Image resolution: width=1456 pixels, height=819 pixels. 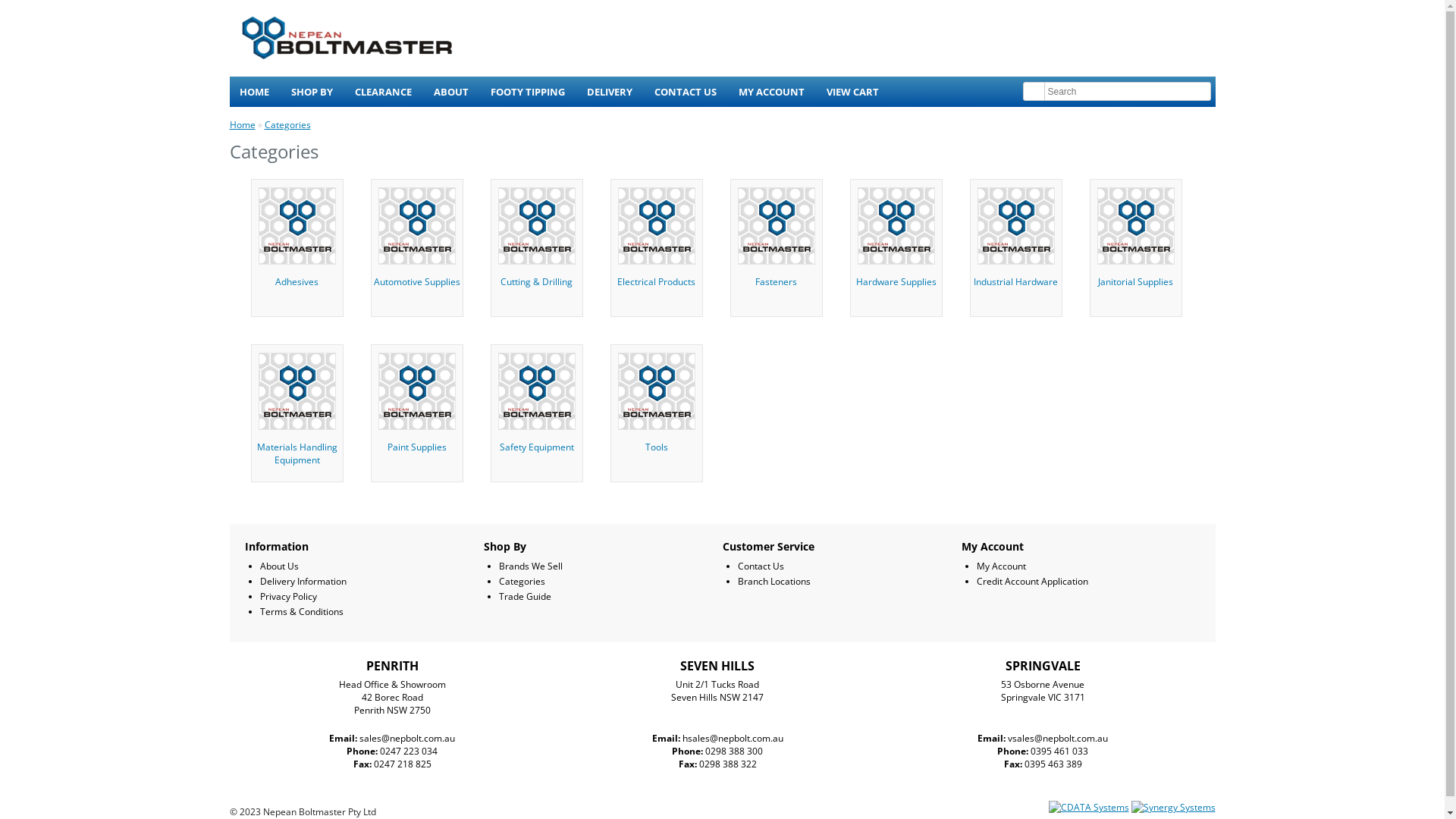 What do you see at coordinates (296, 225) in the screenshot?
I see `'ADHESIVES'` at bounding box center [296, 225].